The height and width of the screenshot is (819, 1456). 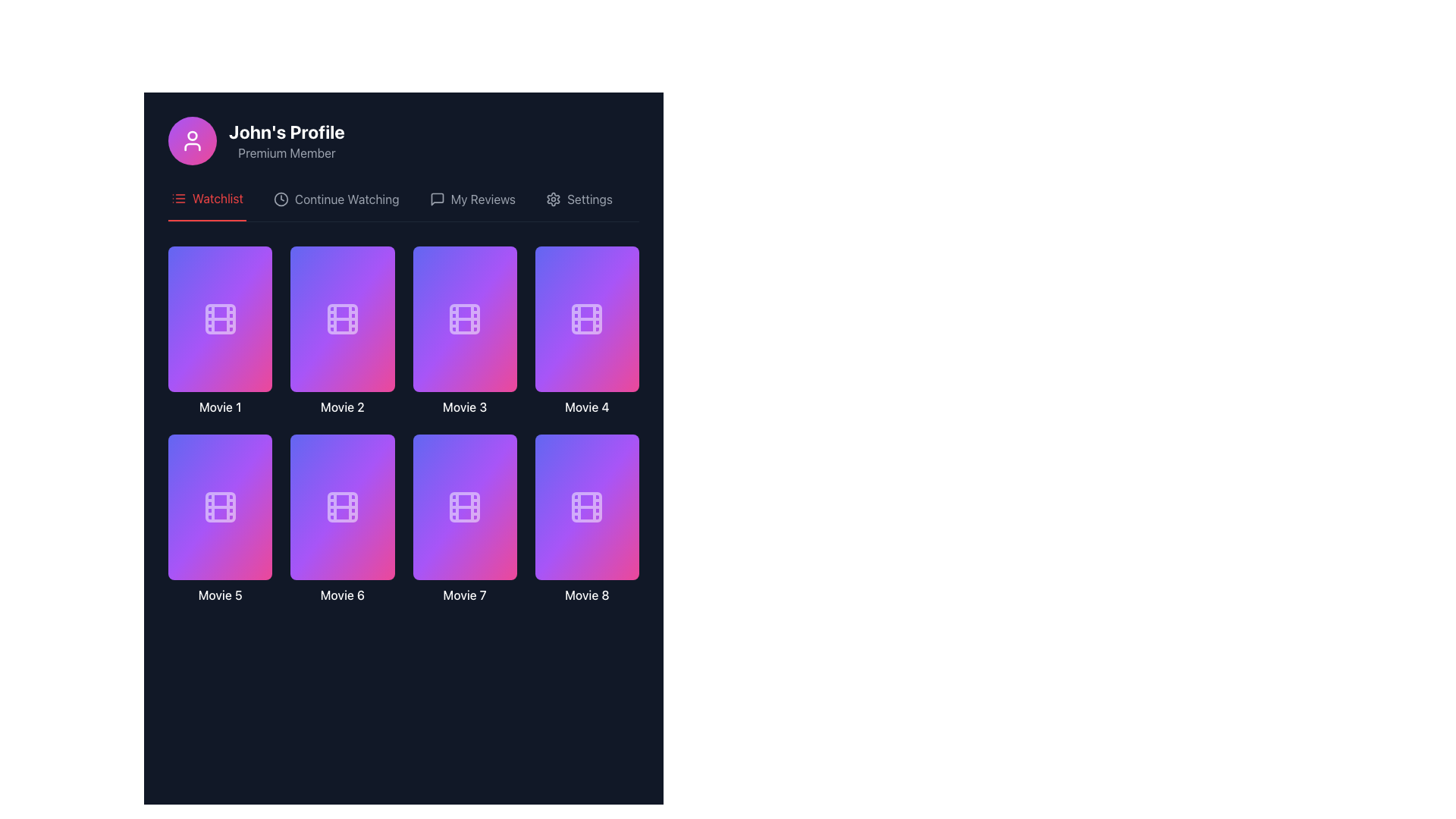 I want to click on the movie thumbnail icon labeled 'Movie 7' located in the third row, first column of the grid layout, so click(x=464, y=507).